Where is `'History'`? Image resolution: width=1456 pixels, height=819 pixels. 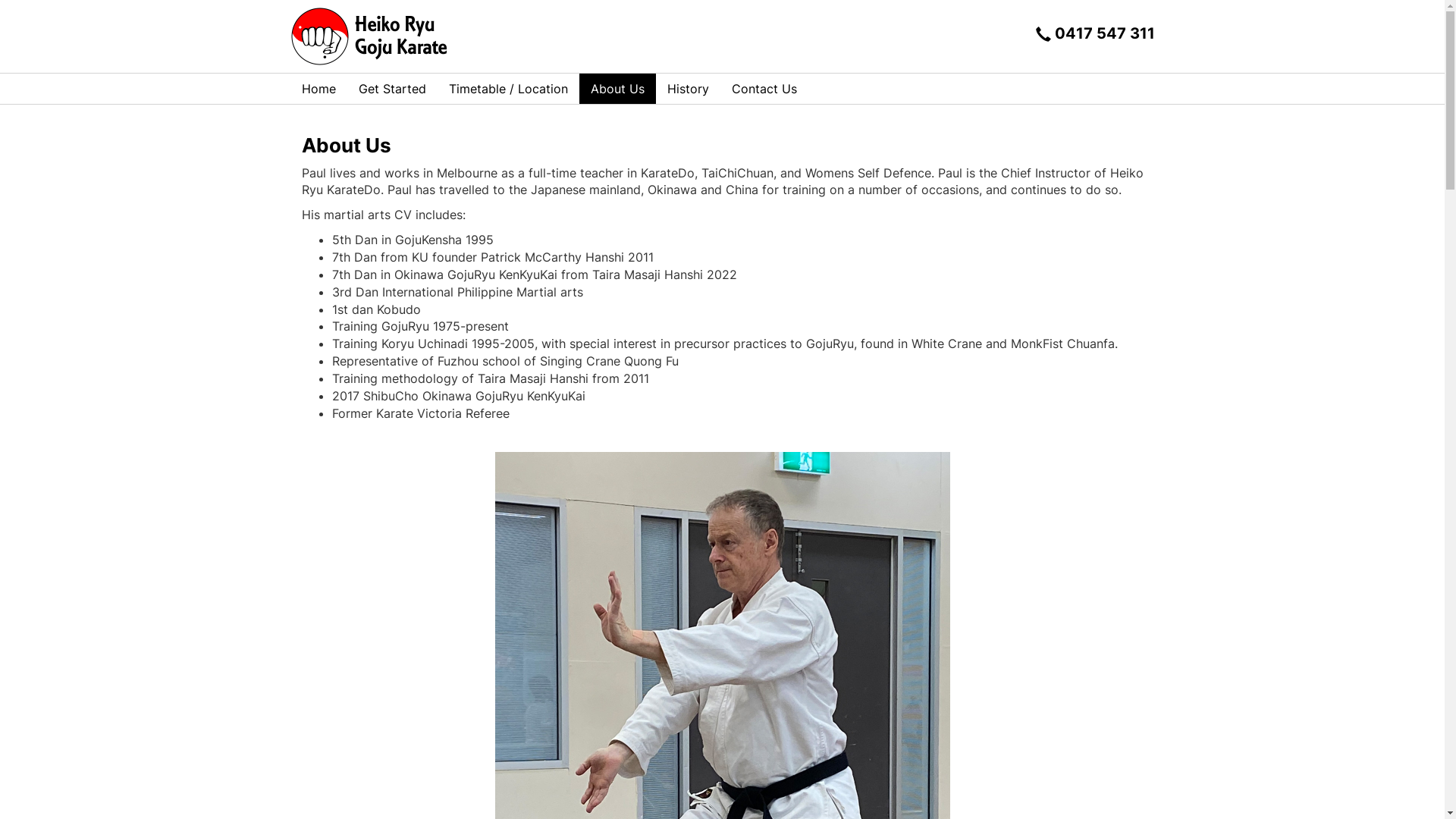 'History' is located at coordinates (686, 88).